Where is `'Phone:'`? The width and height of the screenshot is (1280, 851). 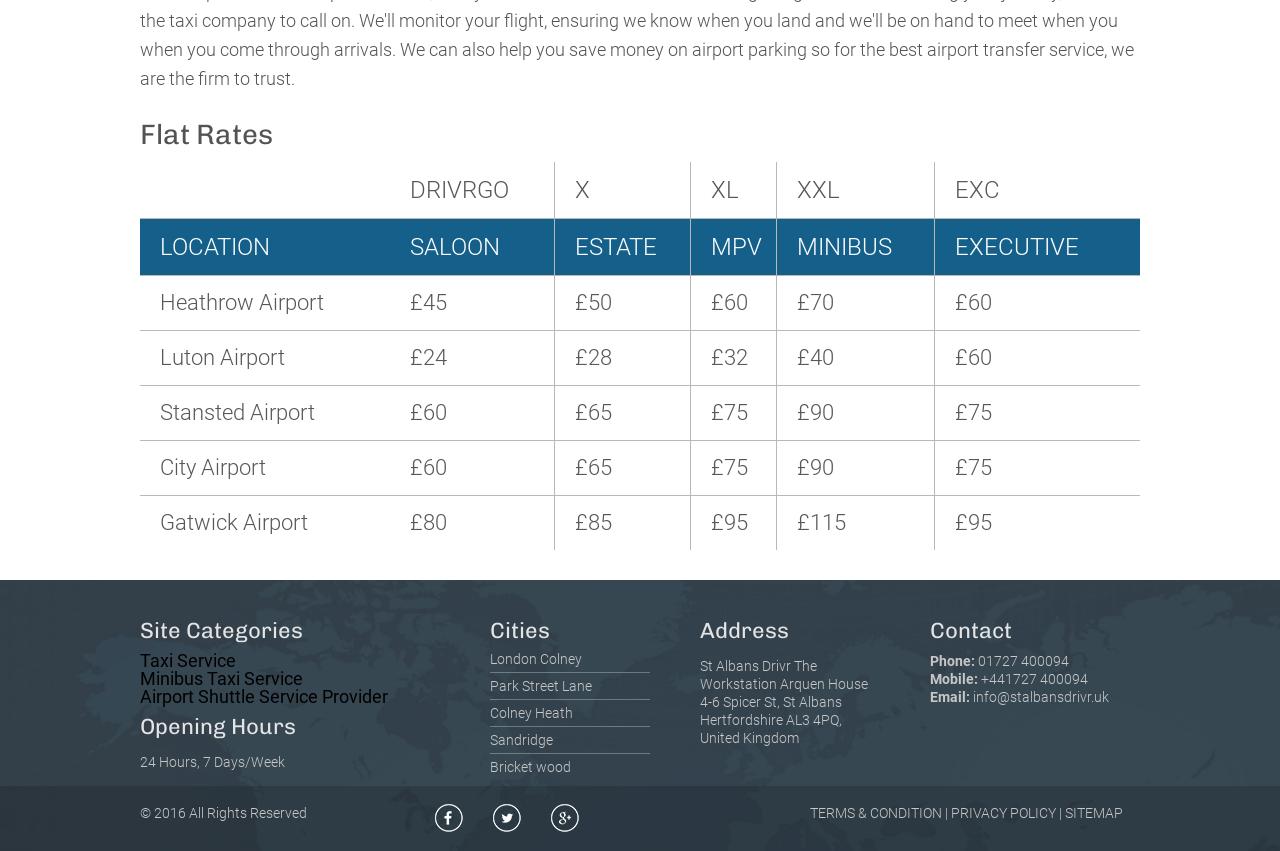 'Phone:' is located at coordinates (951, 660).